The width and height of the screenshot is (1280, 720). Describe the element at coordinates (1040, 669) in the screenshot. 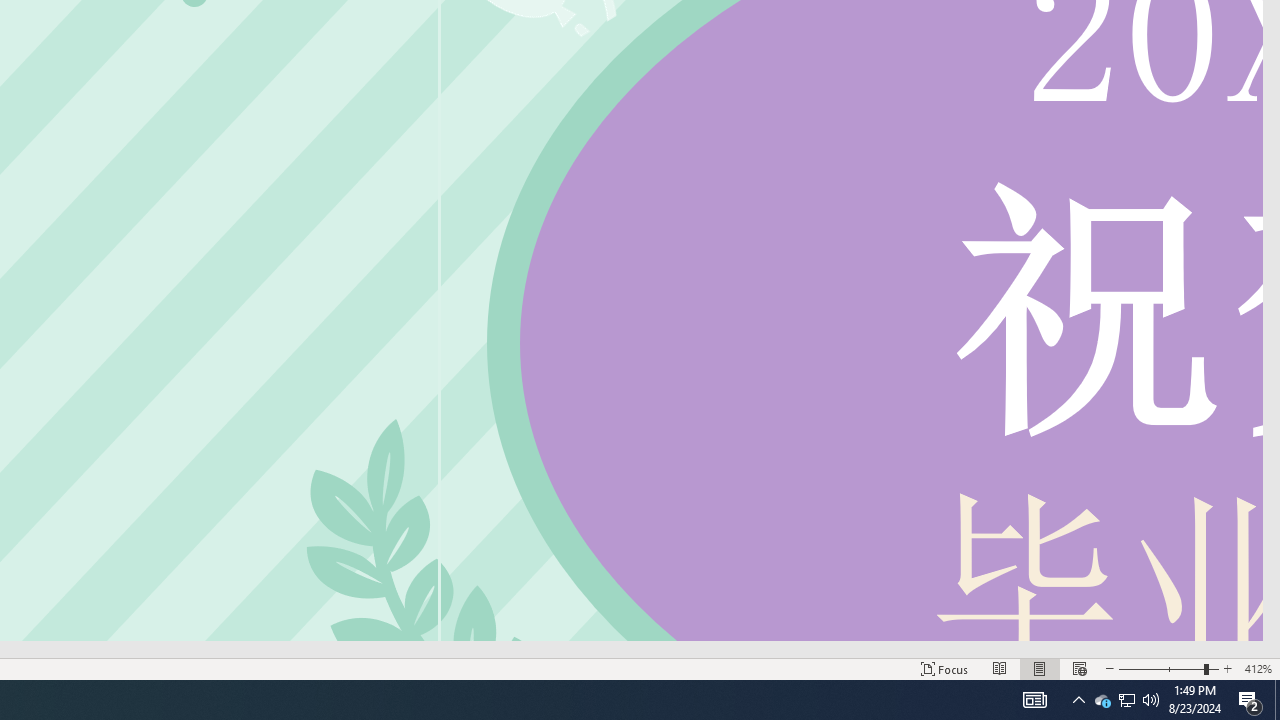

I see `'Print Layout'` at that location.